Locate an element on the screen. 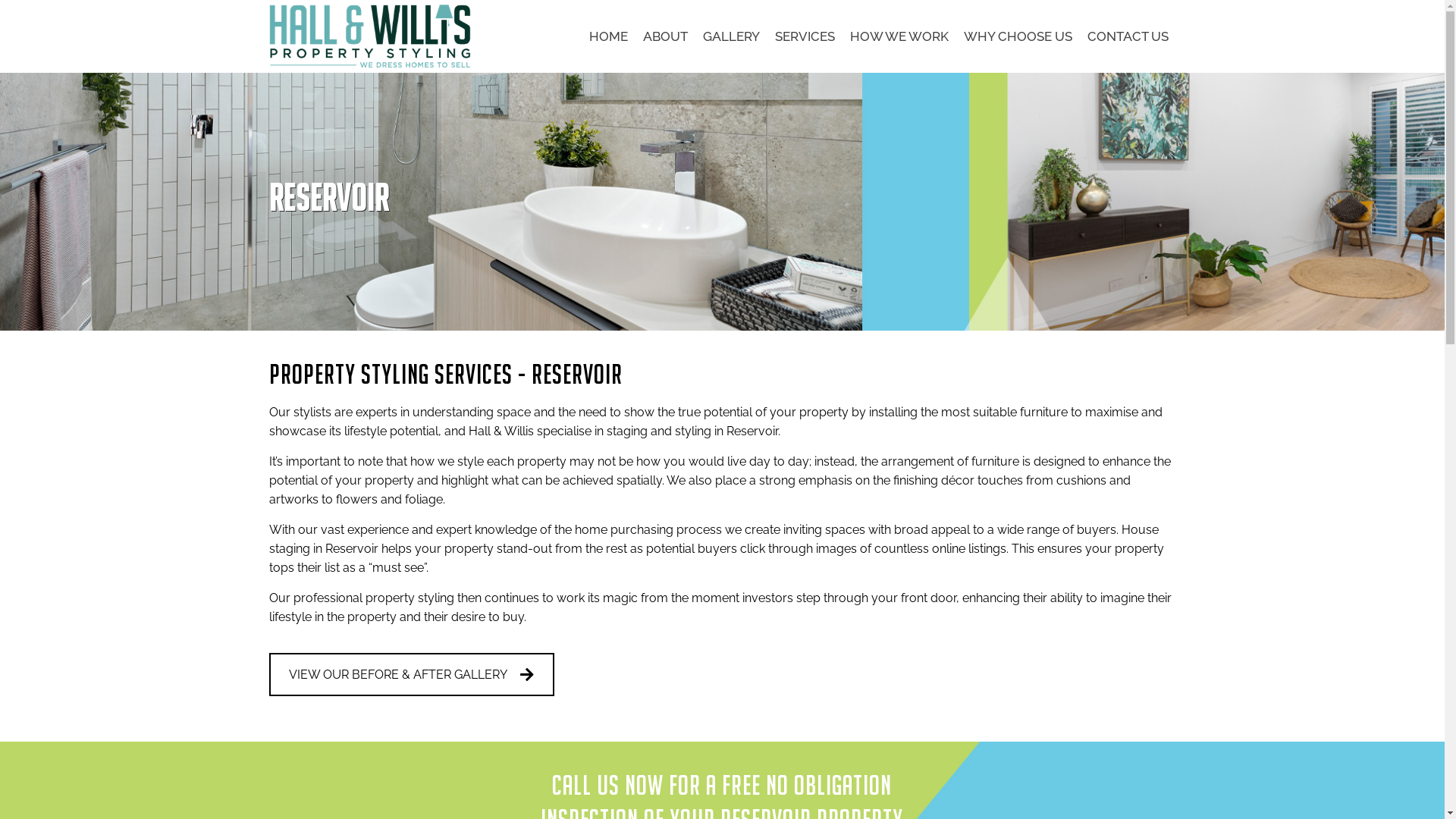 The image size is (1456, 819). 'ABOUT' is located at coordinates (665, 35).